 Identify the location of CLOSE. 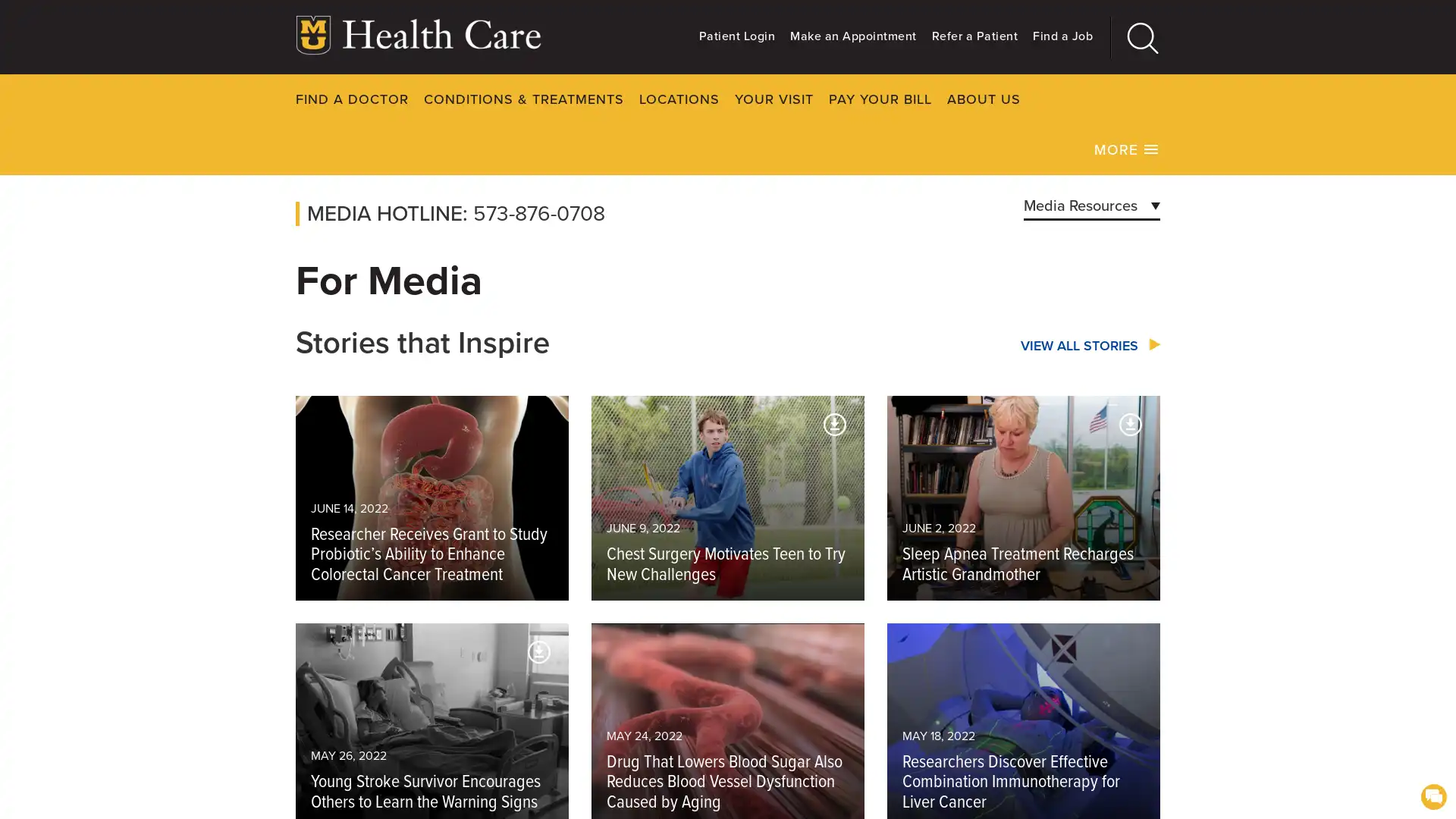
(1205, 99).